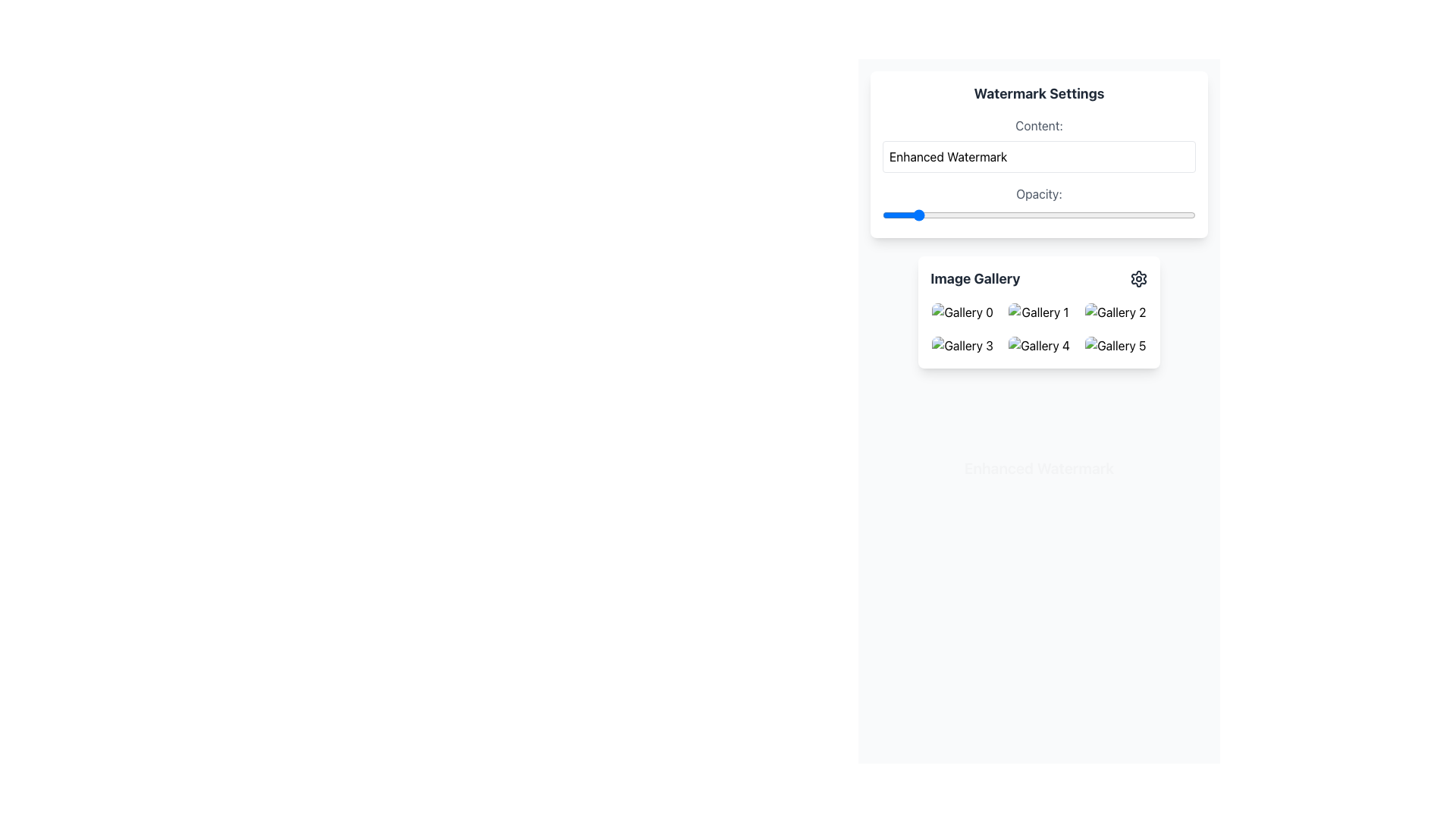  Describe the element at coordinates (1116, 345) in the screenshot. I see `the image thumbnail representing Gallery 5, which is styled with rounded corners and is located in the last cell of the bottom row of the Image Gallery grid` at that location.